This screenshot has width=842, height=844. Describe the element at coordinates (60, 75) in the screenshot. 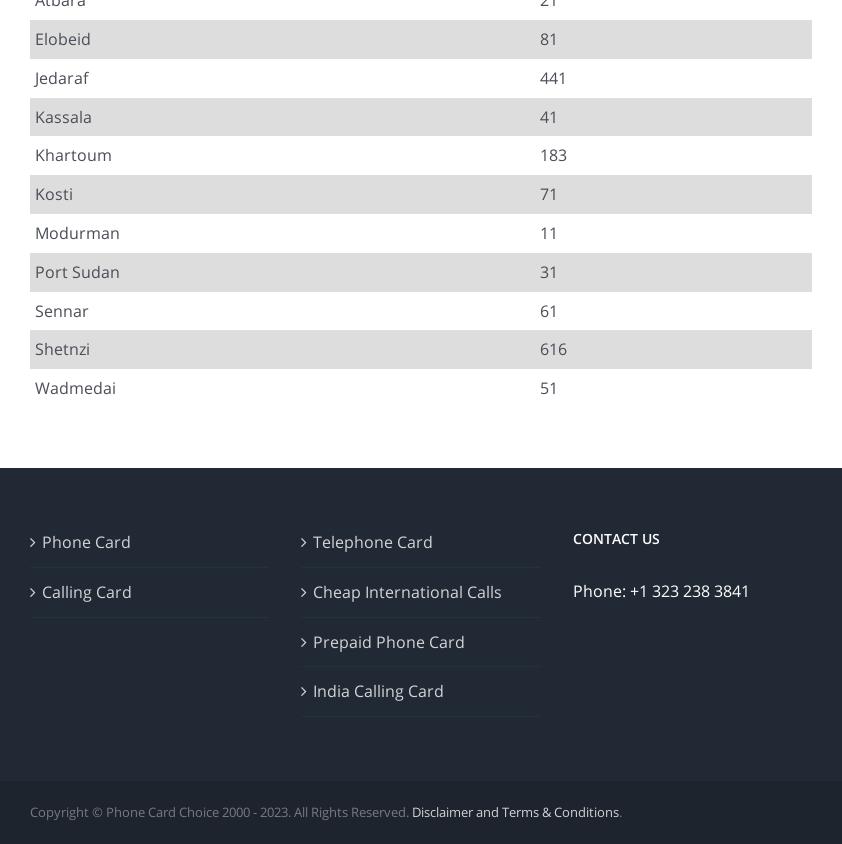

I see `'Jedaraf'` at that location.